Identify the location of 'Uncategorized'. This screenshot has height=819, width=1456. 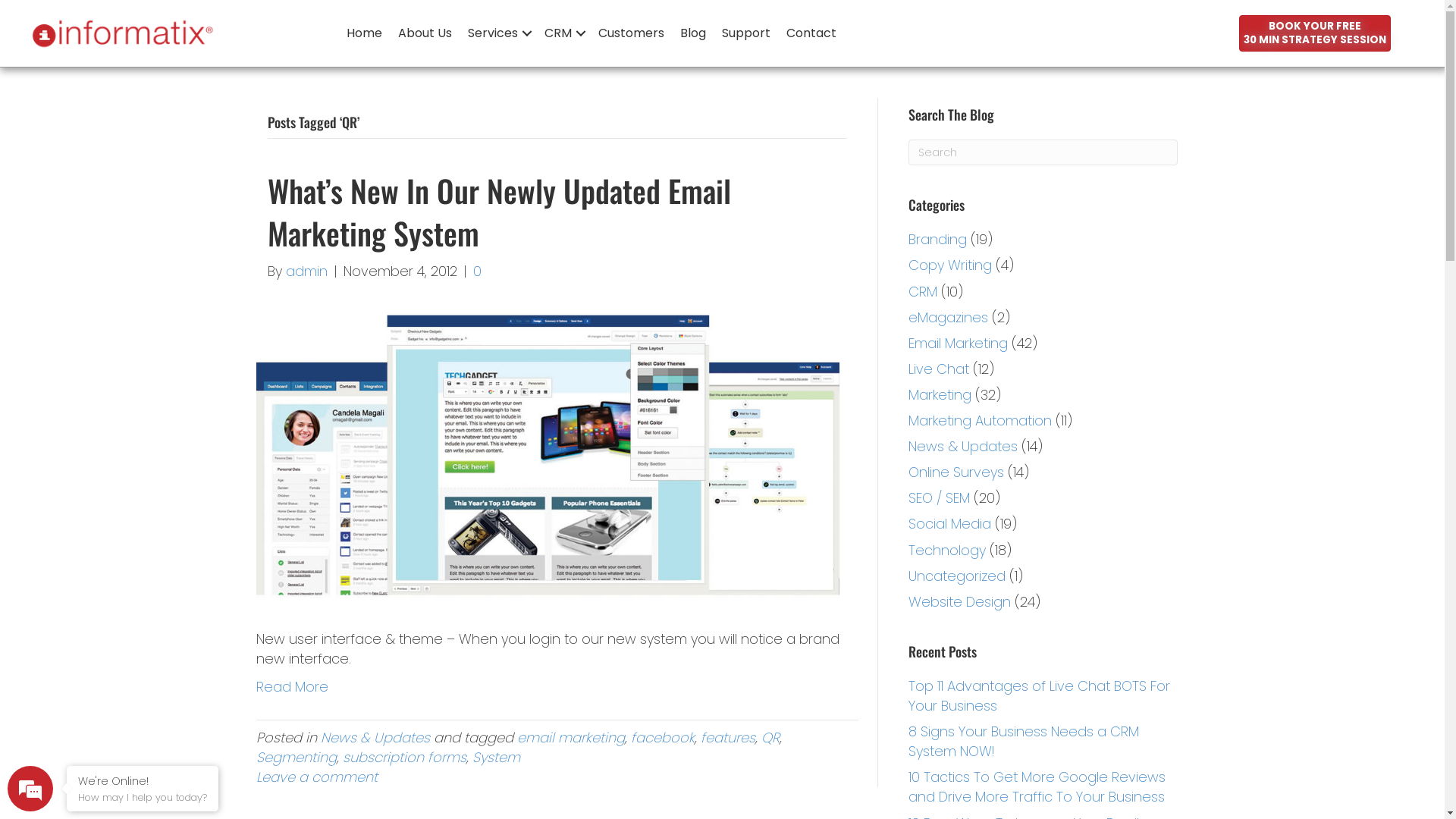
(956, 576).